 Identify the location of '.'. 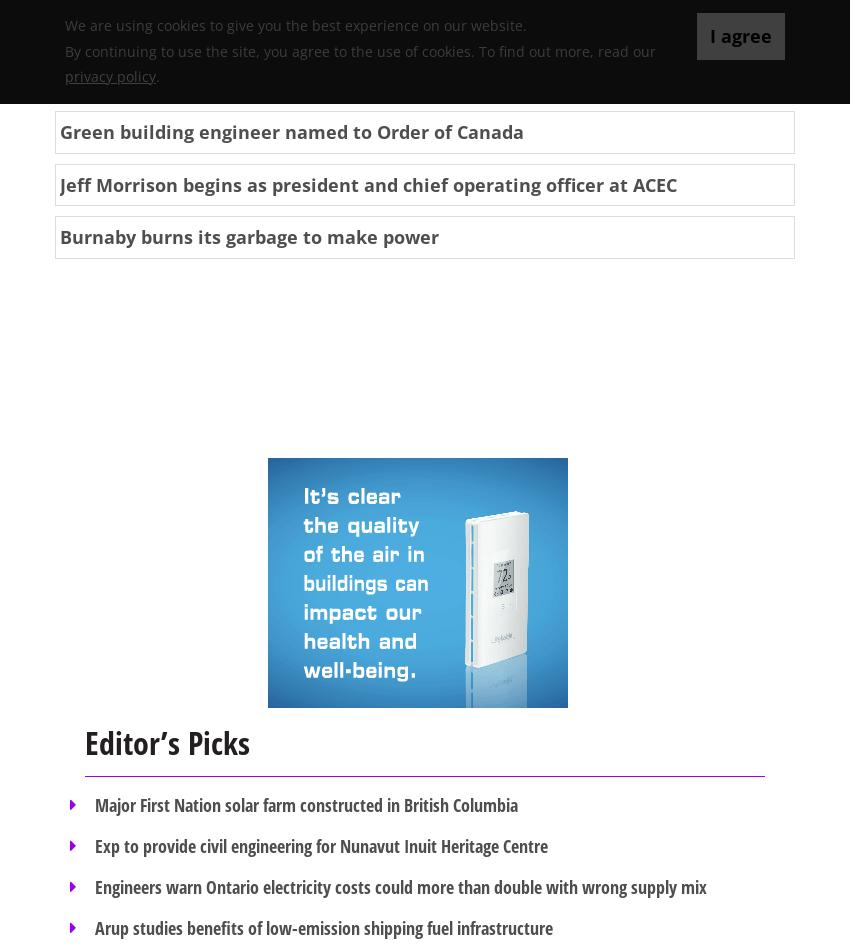
(157, 75).